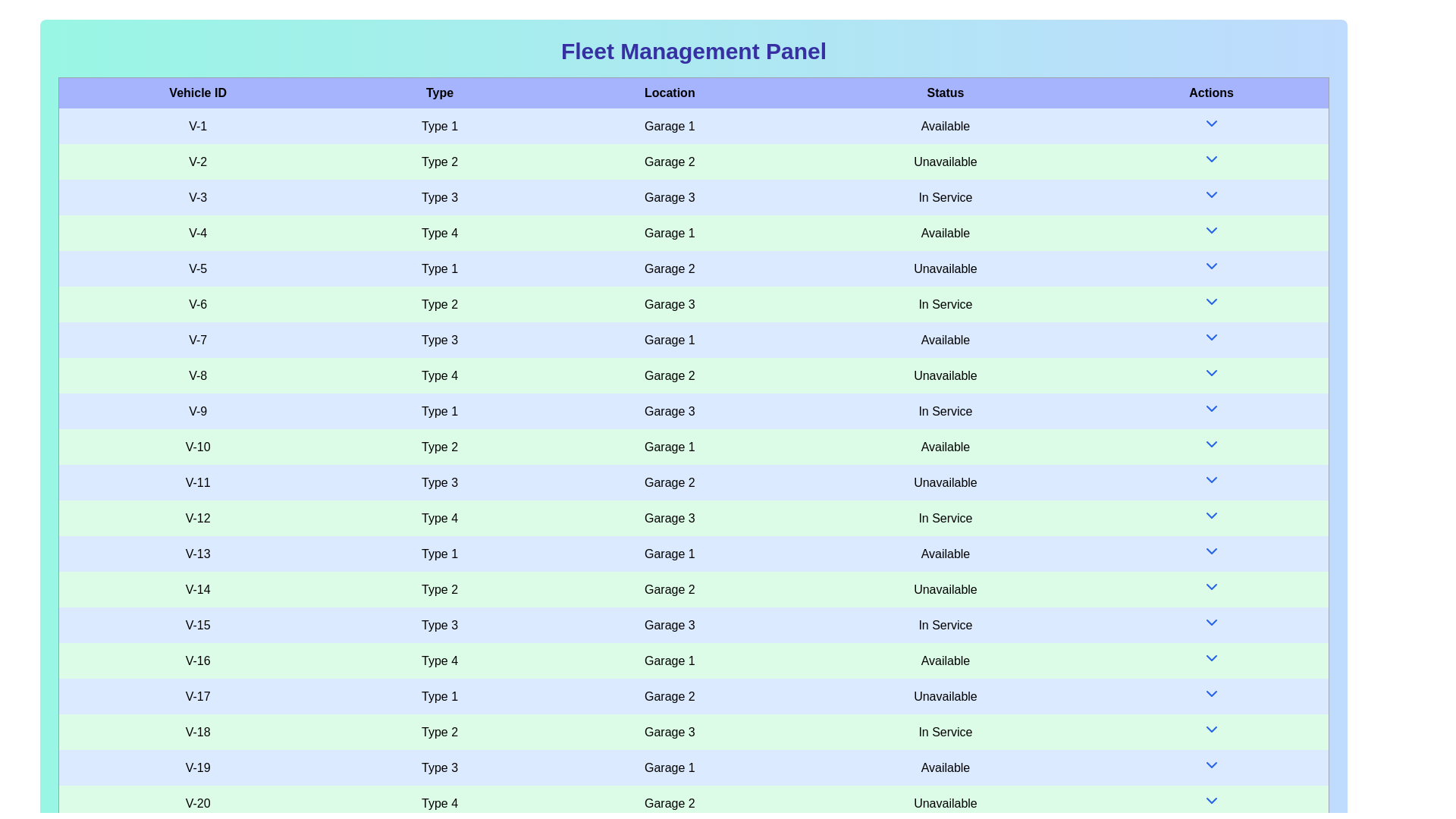 Image resolution: width=1456 pixels, height=819 pixels. What do you see at coordinates (669, 93) in the screenshot?
I see `the column header 'Location' to sort the table by that column` at bounding box center [669, 93].